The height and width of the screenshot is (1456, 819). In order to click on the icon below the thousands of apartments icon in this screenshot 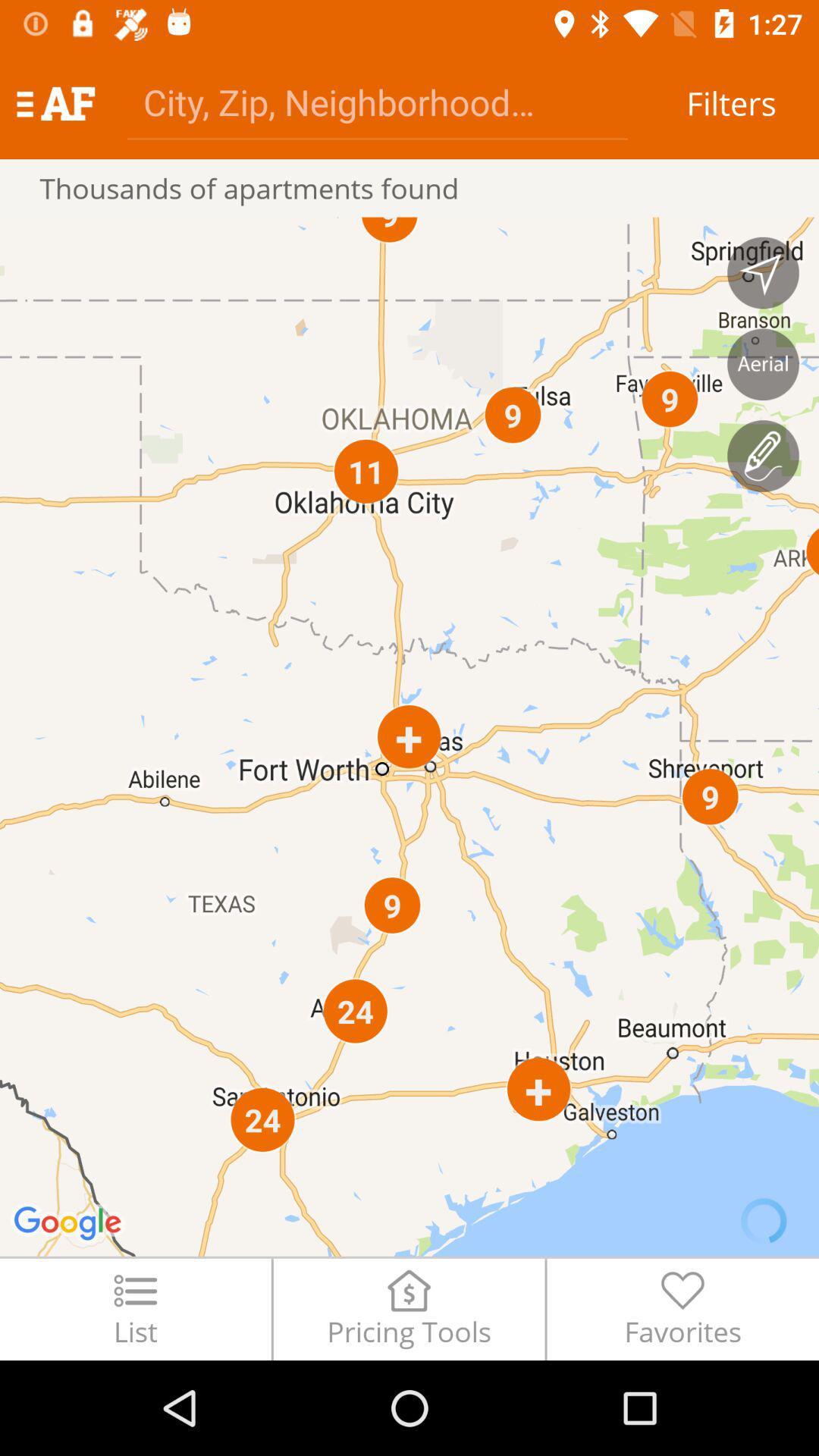, I will do `click(409, 736)`.